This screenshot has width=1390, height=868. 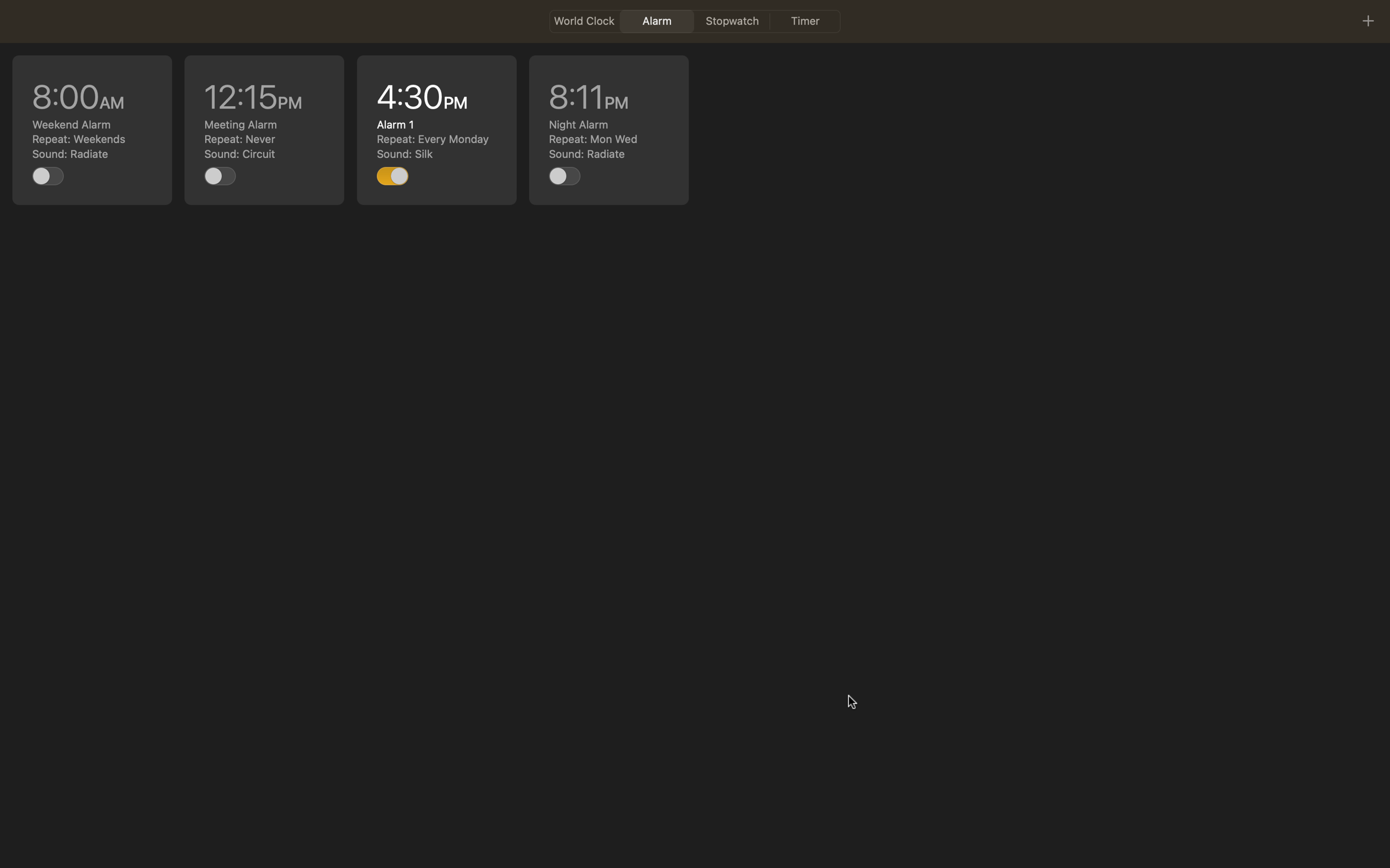 What do you see at coordinates (1367, 20) in the screenshot?
I see `a new reminder by pressing the plus icon` at bounding box center [1367, 20].